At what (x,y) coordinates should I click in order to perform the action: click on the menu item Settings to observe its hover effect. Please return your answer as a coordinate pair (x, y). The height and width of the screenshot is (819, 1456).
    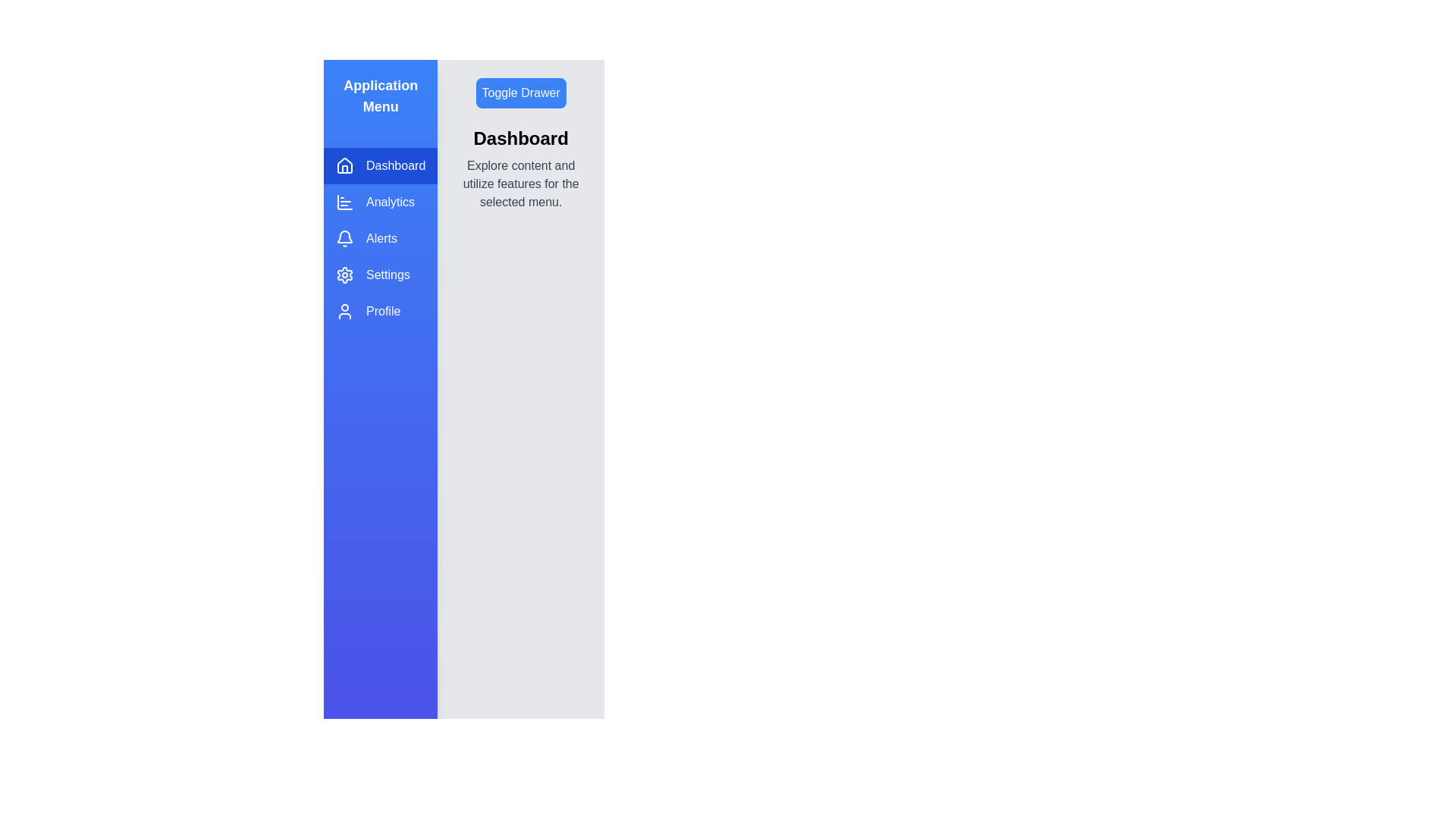
    Looking at the image, I should click on (381, 275).